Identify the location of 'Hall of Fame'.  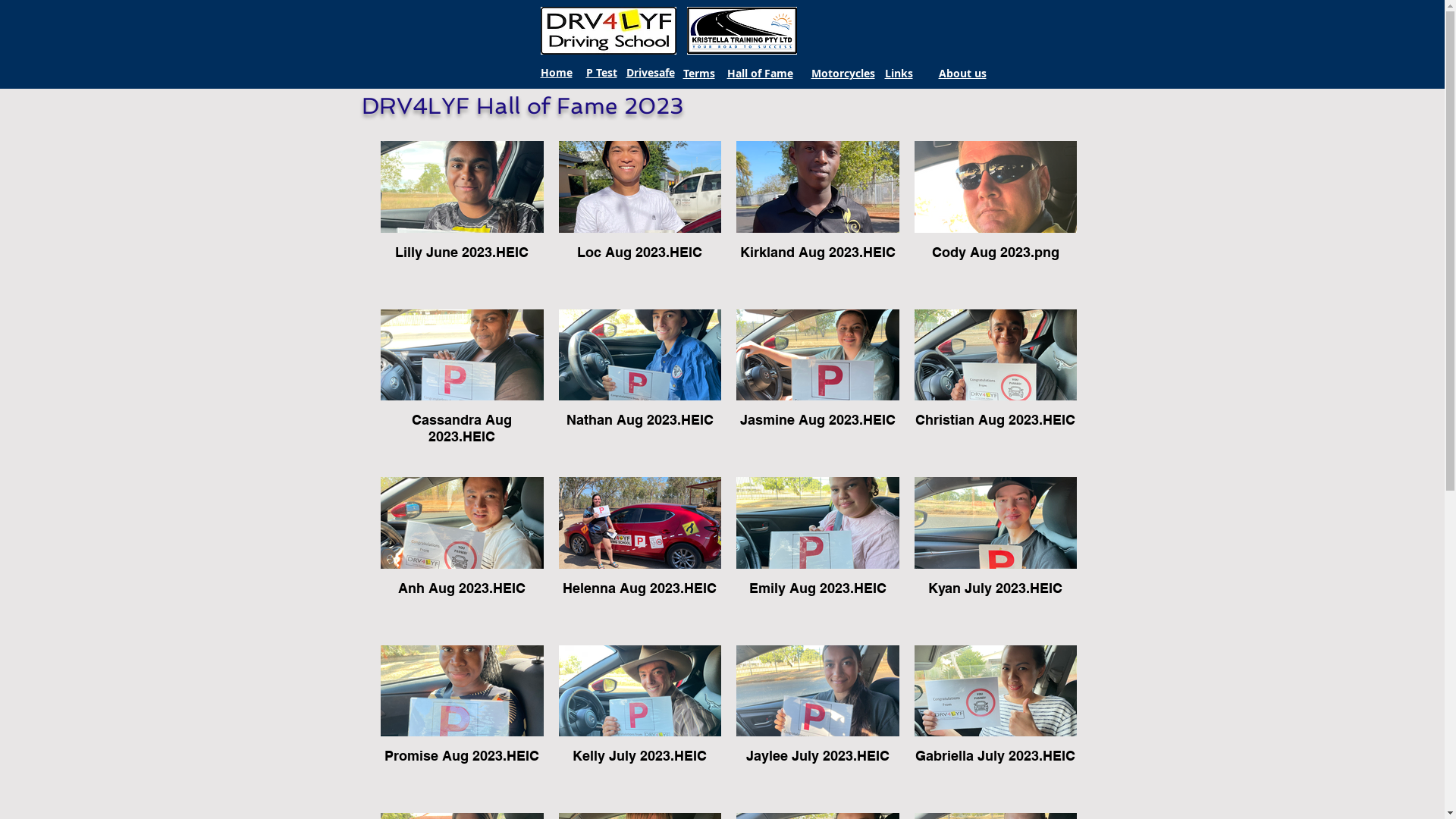
(759, 73).